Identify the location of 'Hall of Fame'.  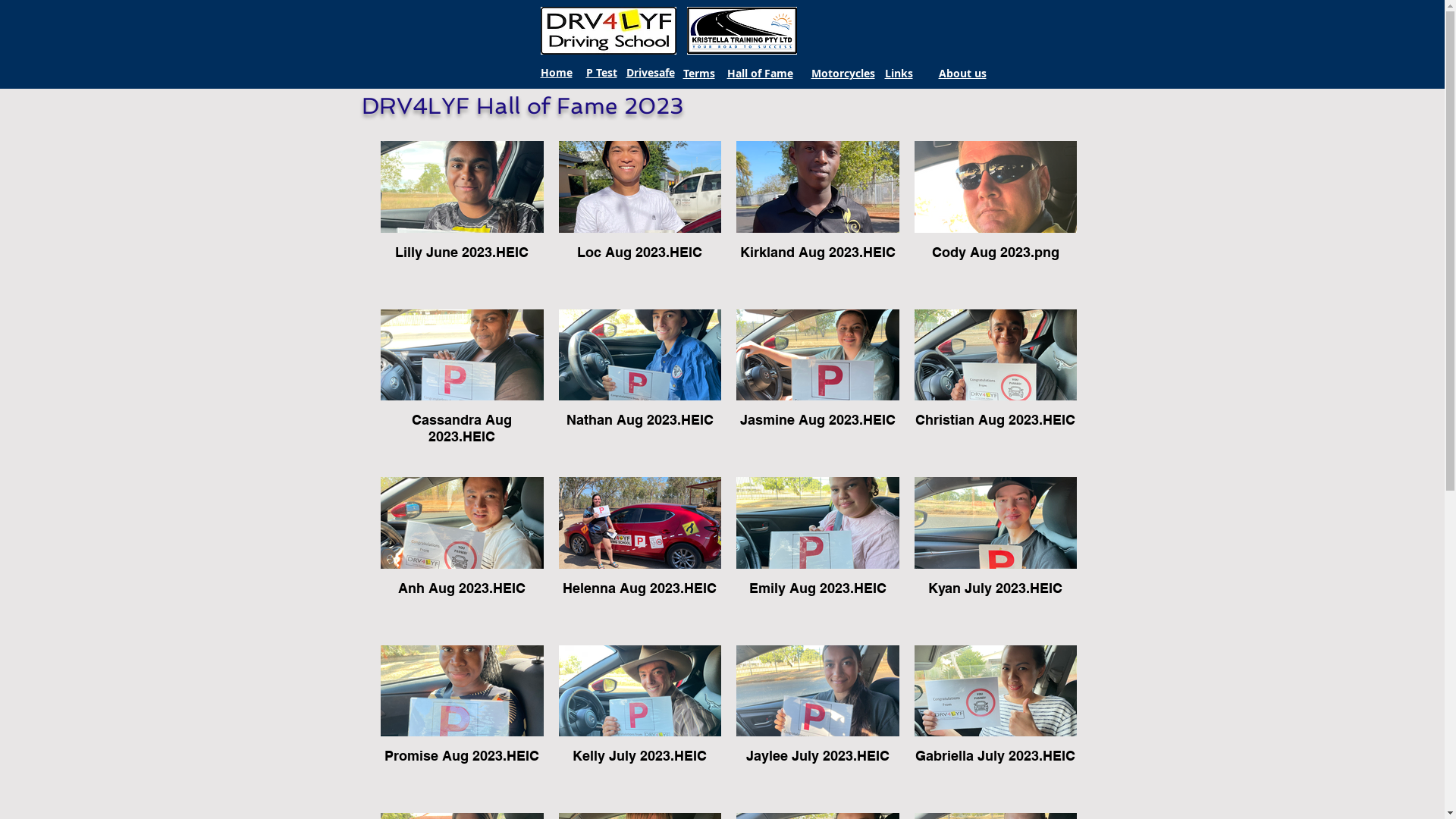
(759, 73).